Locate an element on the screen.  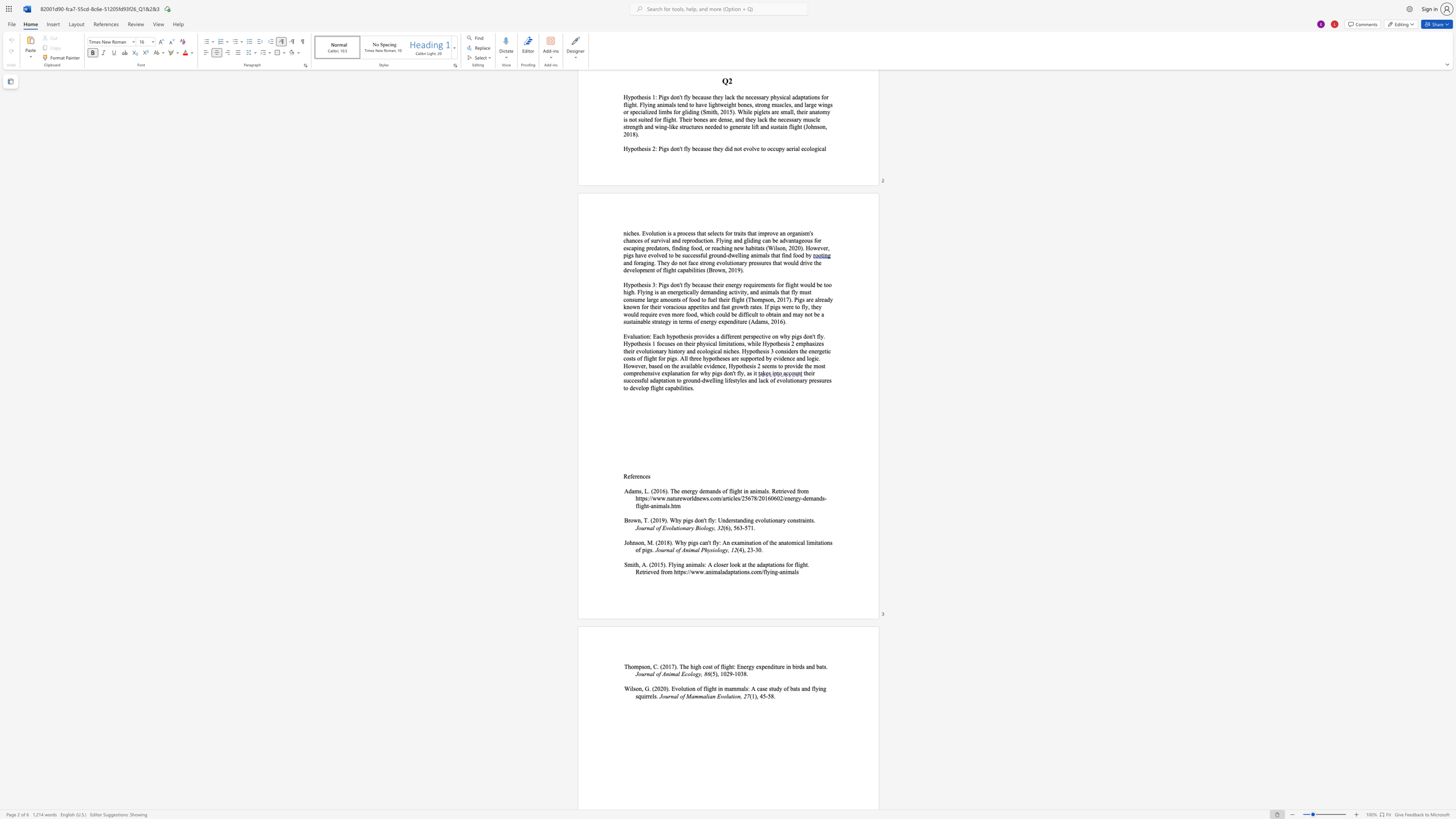
the subset text "ptations for flight." within the text "Smith, A. (2015). Flying animals: A closer look at the adaptations for flight. Retrieved f" is located at coordinates (765, 564).